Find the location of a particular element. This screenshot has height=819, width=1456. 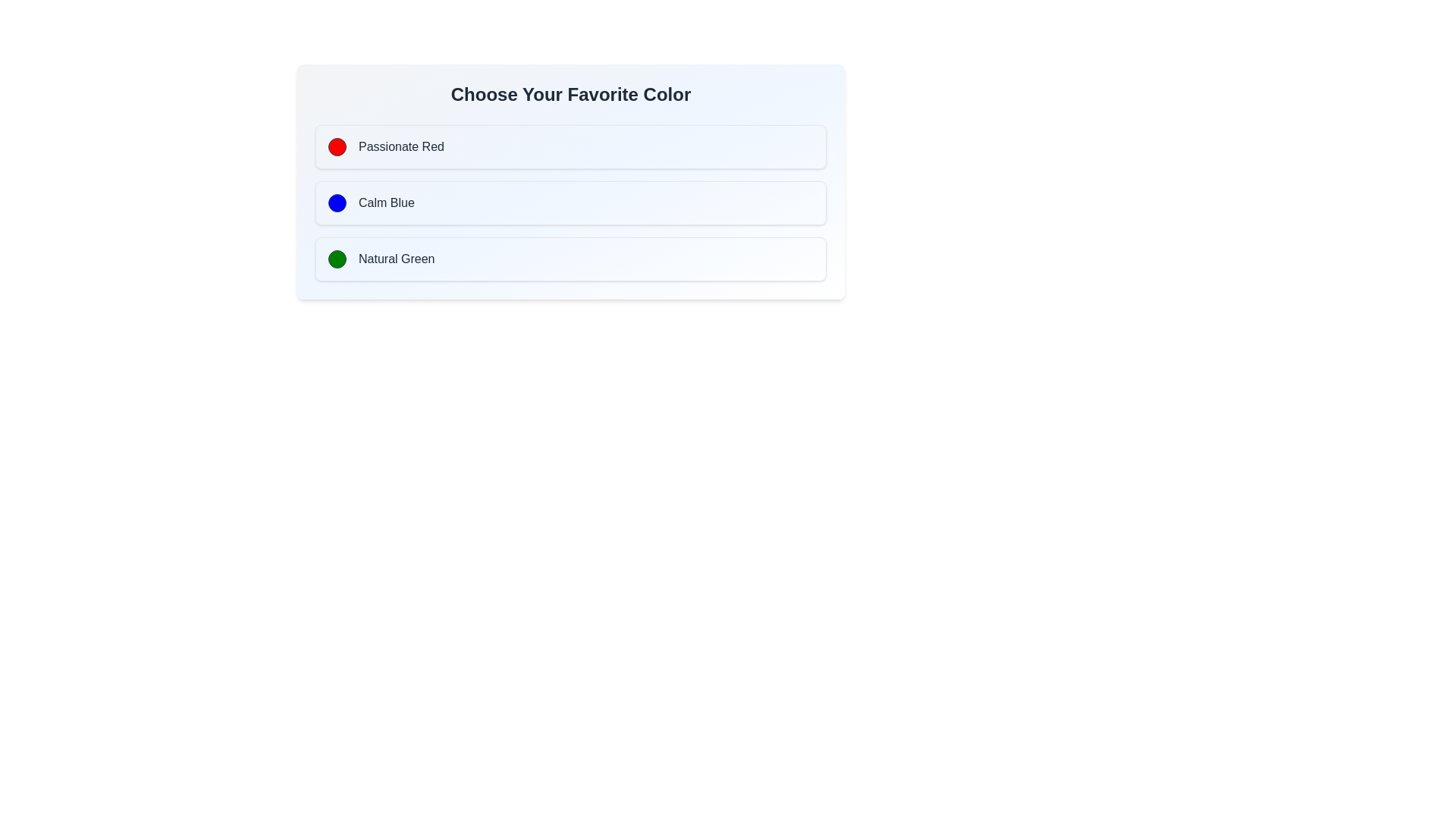

the text label reading 'Calm Blue', which is styled with a medium font weight and dark gray color, located in the second row beneath the label 'Choose Your Favorite Color' is located at coordinates (386, 202).